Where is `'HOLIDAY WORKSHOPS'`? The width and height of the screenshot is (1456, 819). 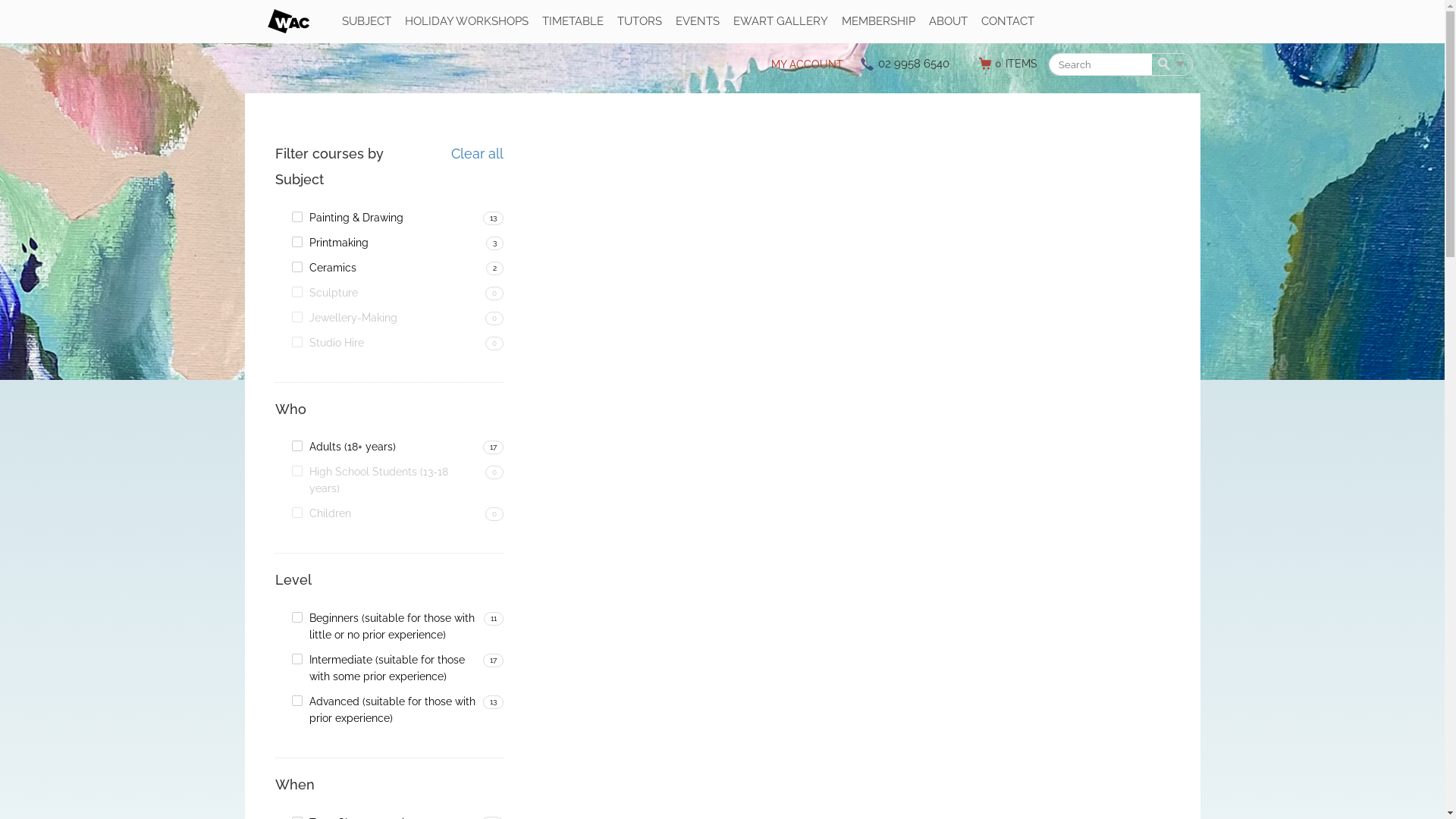
'HOLIDAY WORKSHOPS' is located at coordinates (466, 20).